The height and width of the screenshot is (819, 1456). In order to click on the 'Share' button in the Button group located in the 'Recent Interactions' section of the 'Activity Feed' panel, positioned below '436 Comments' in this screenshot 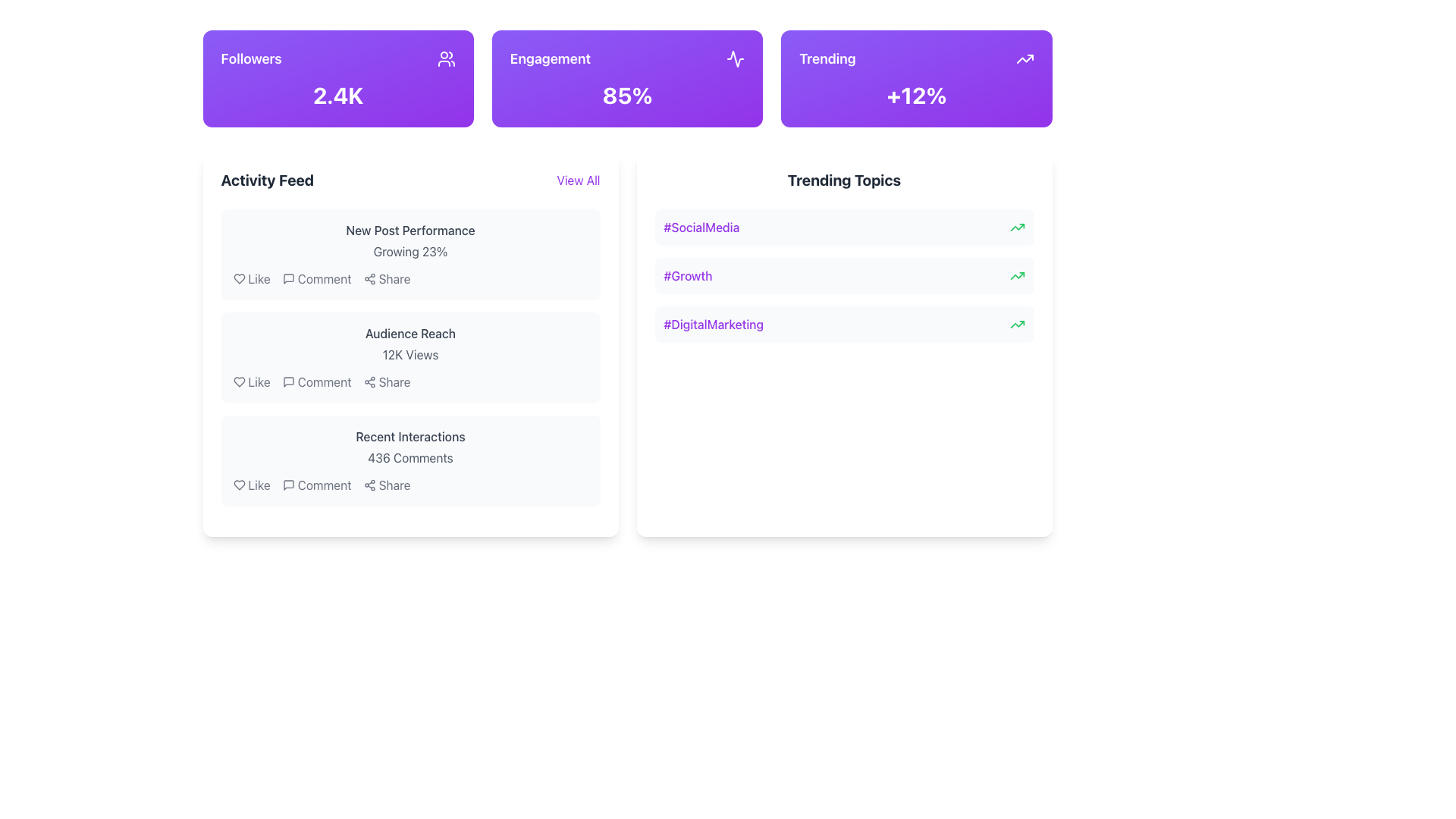, I will do `click(410, 485)`.